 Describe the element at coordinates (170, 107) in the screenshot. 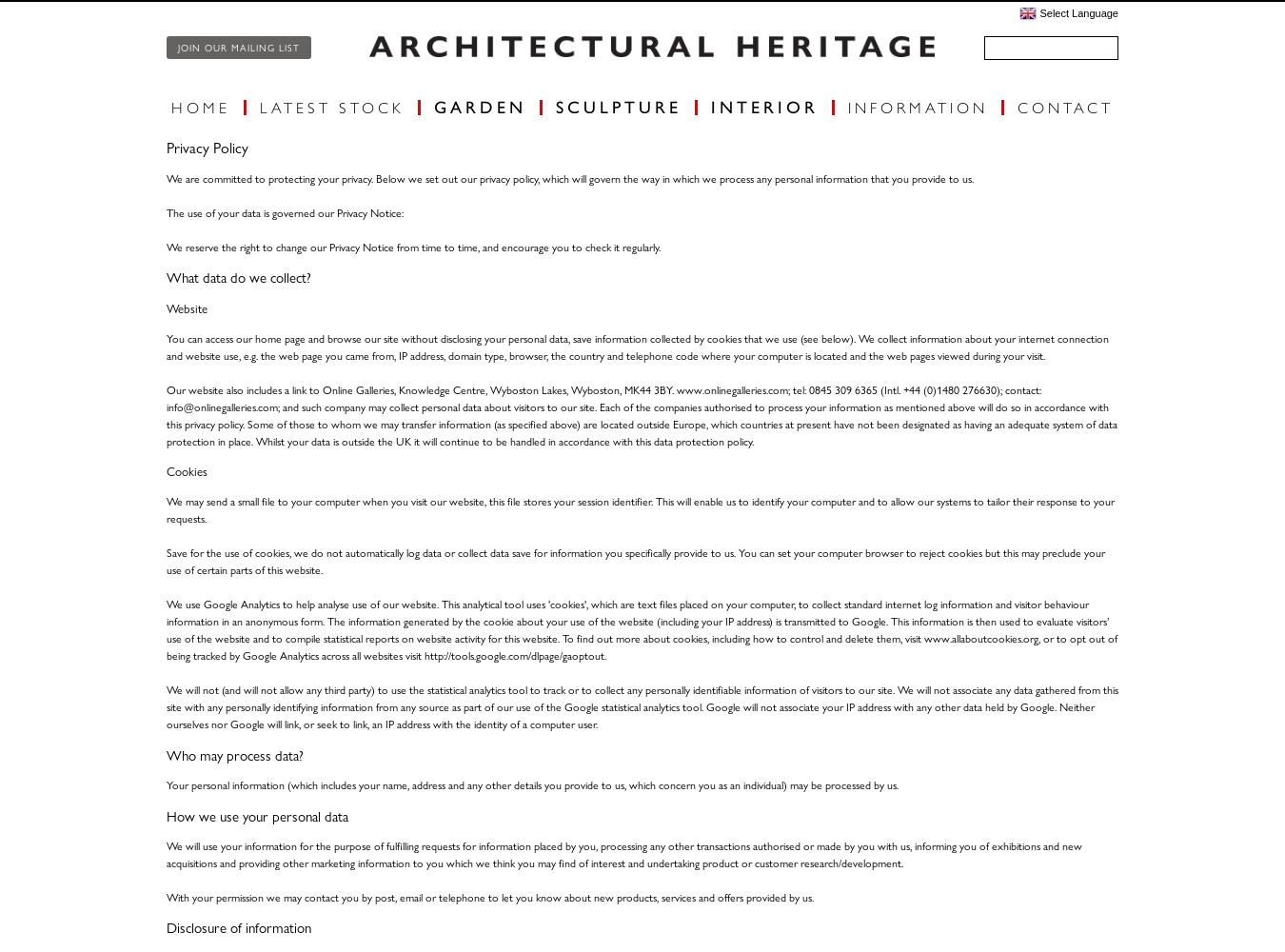

I see `'Home'` at that location.